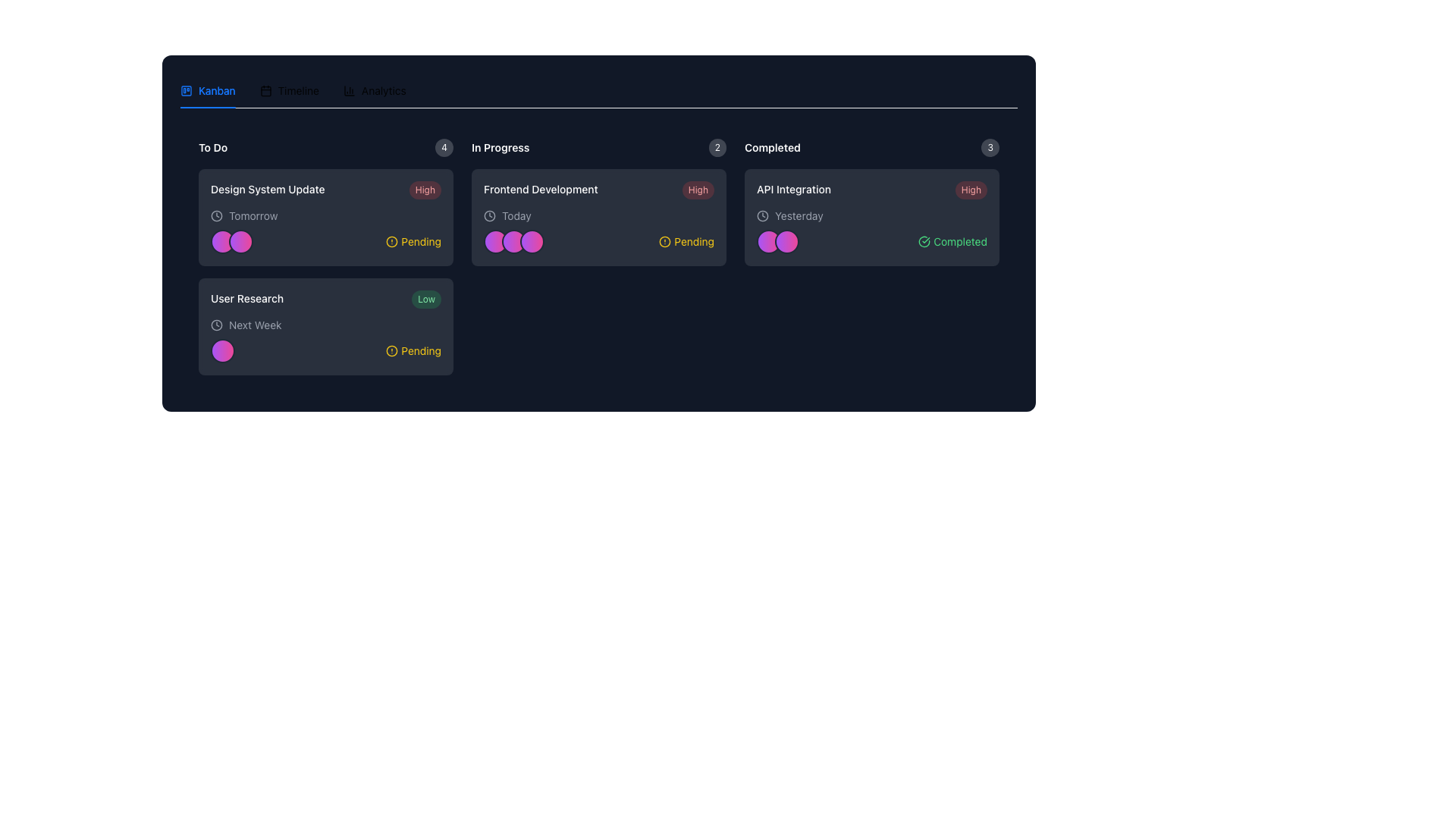 This screenshot has width=1456, height=819. What do you see at coordinates (792, 189) in the screenshot?
I see `the label that describes the title or name of a task or project in the 'Completed' column, located at the upper left corner of the card and horizontally aligned with the 'High' priority badge` at bounding box center [792, 189].